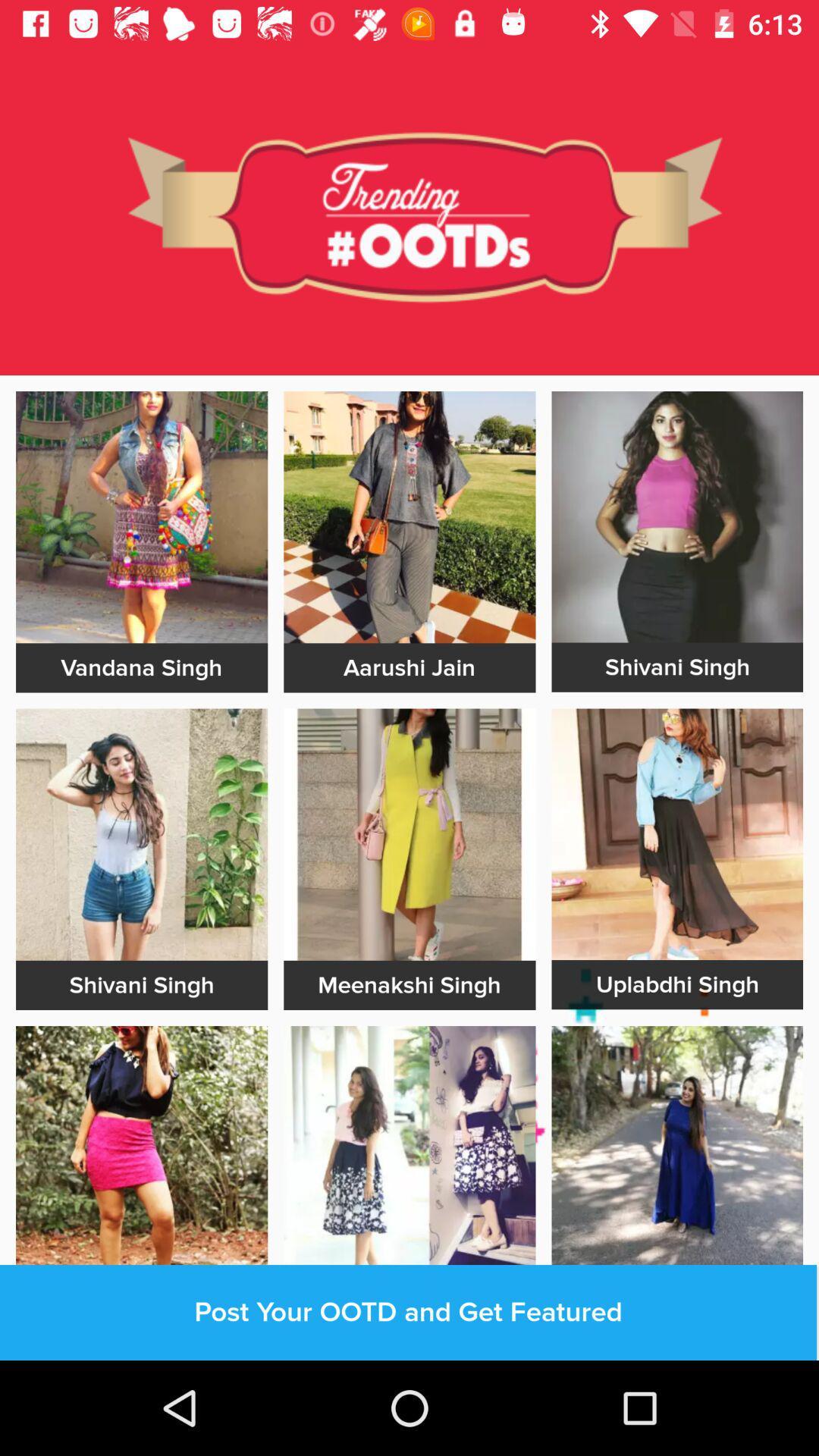 The image size is (819, 1456). What do you see at coordinates (409, 516) in the screenshot?
I see `the image with the text arushi jain` at bounding box center [409, 516].